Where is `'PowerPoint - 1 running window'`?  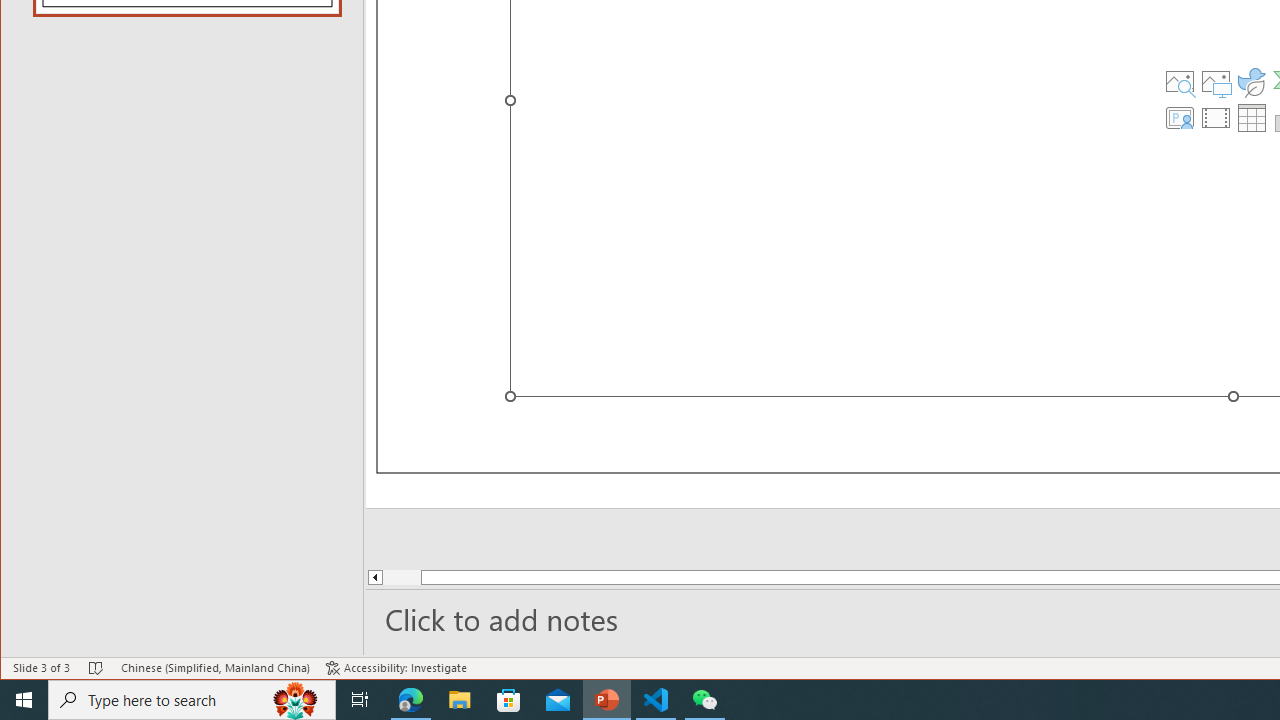 'PowerPoint - 1 running window' is located at coordinates (606, 698).